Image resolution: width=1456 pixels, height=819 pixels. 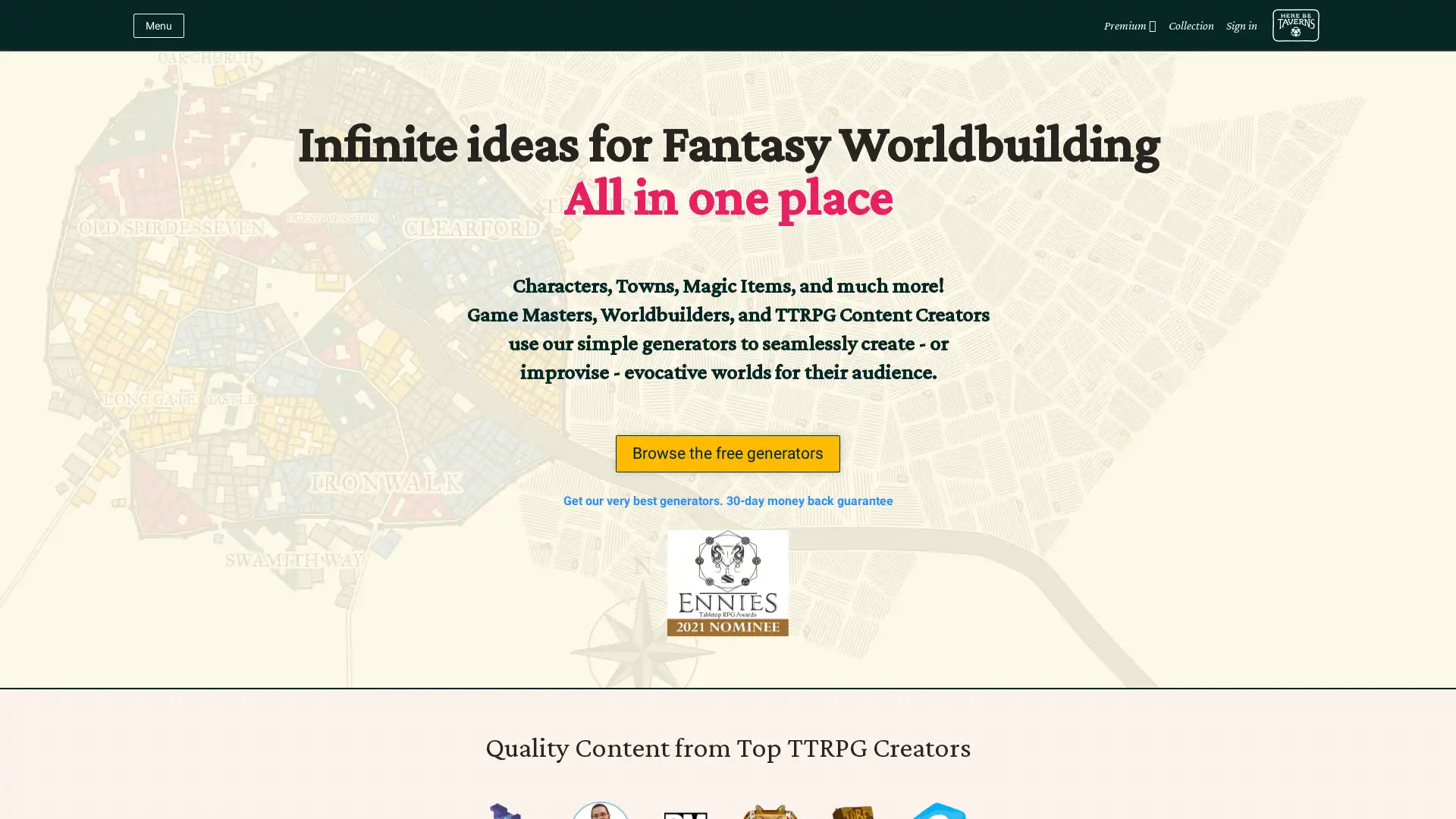 What do you see at coordinates (158, 25) in the screenshot?
I see `Menu` at bounding box center [158, 25].